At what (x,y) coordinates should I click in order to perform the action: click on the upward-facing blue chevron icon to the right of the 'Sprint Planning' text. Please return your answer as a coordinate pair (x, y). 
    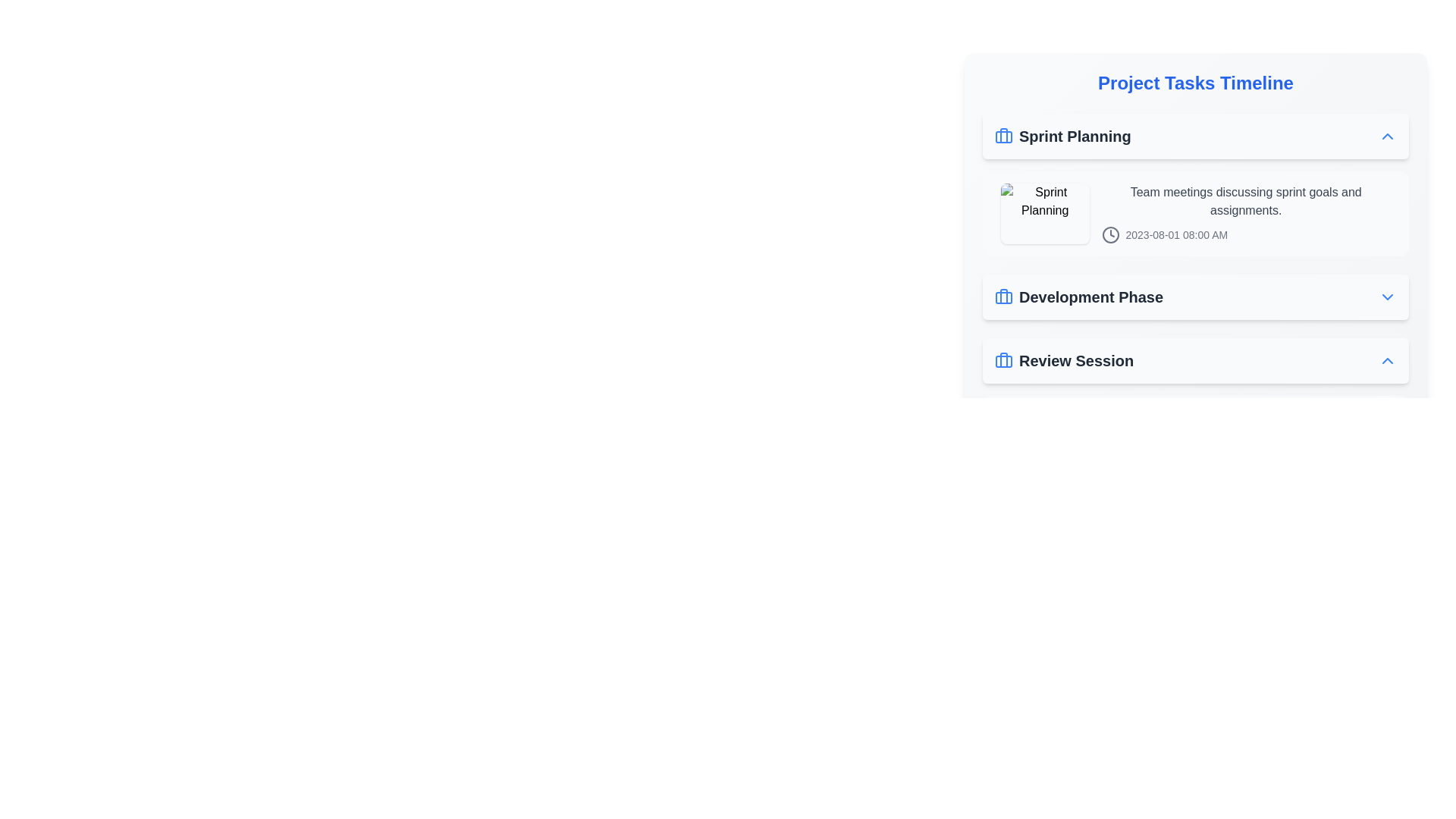
    Looking at the image, I should click on (1387, 136).